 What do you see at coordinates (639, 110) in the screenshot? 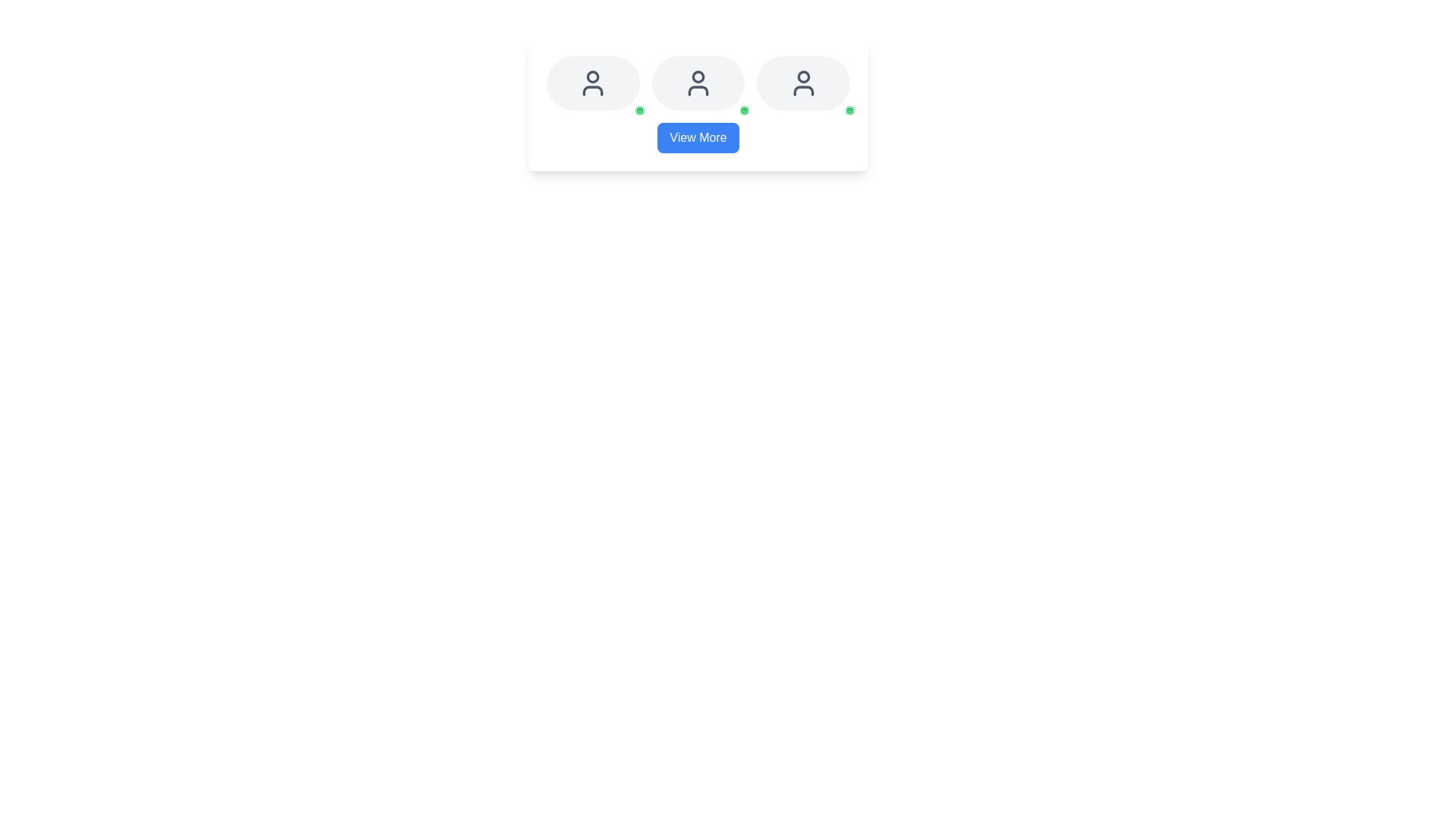
I see `circle element that forms the head or outline of the smiley face graphic within the SVG structure above the 'View More' button` at bounding box center [639, 110].